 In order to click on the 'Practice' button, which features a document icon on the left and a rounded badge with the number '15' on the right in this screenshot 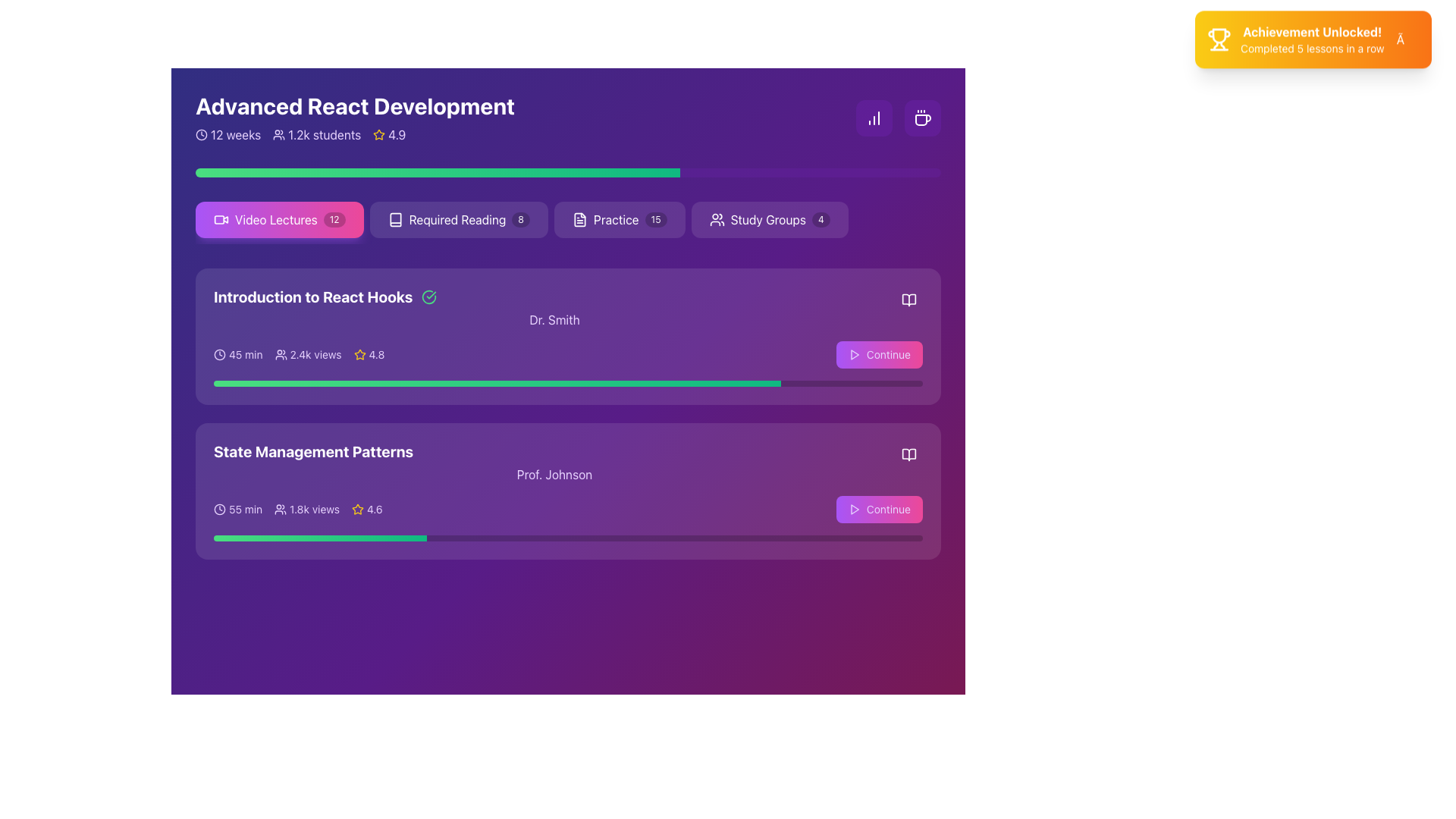, I will do `click(620, 219)`.